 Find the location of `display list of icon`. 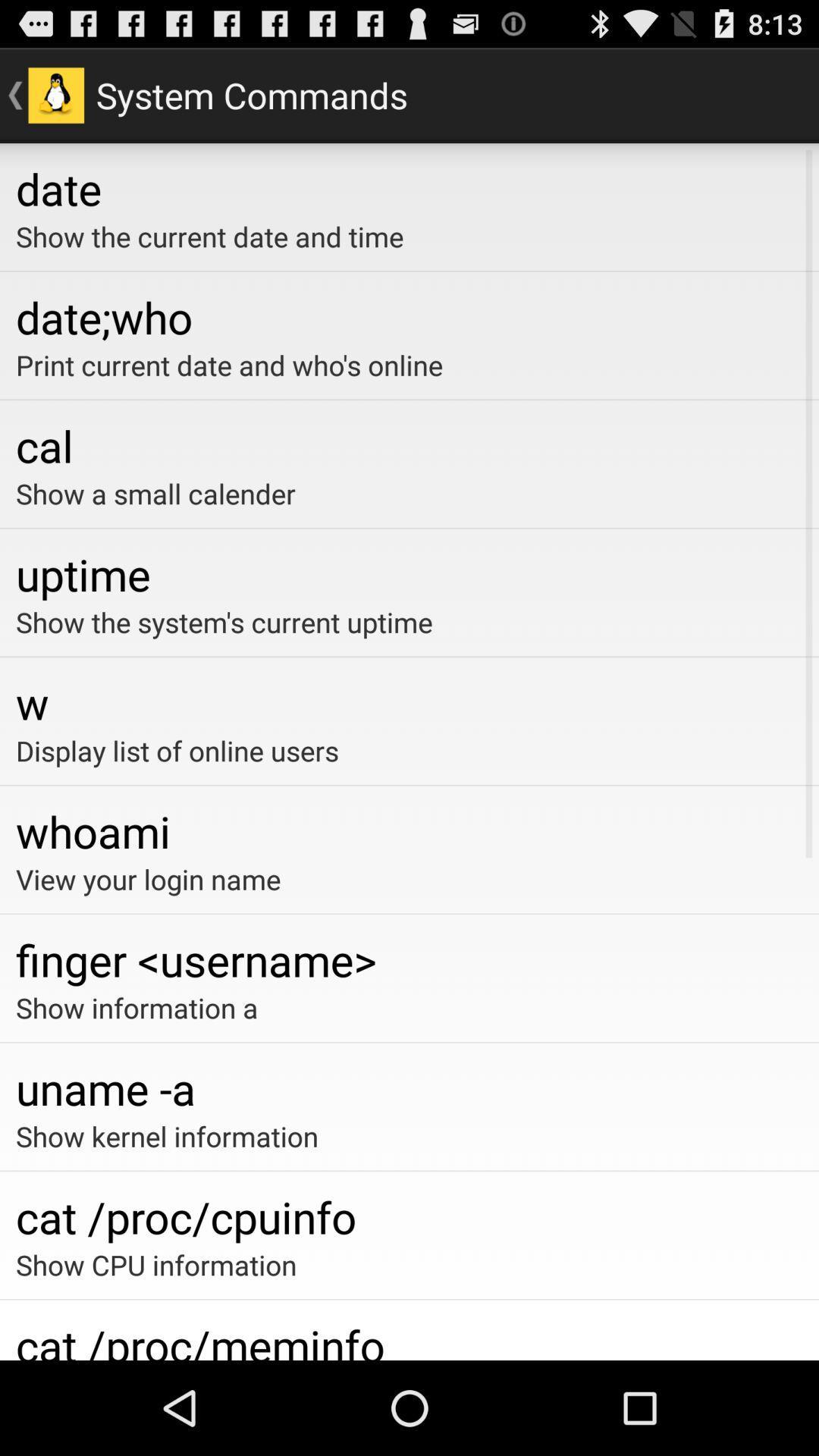

display list of icon is located at coordinates (409, 750).